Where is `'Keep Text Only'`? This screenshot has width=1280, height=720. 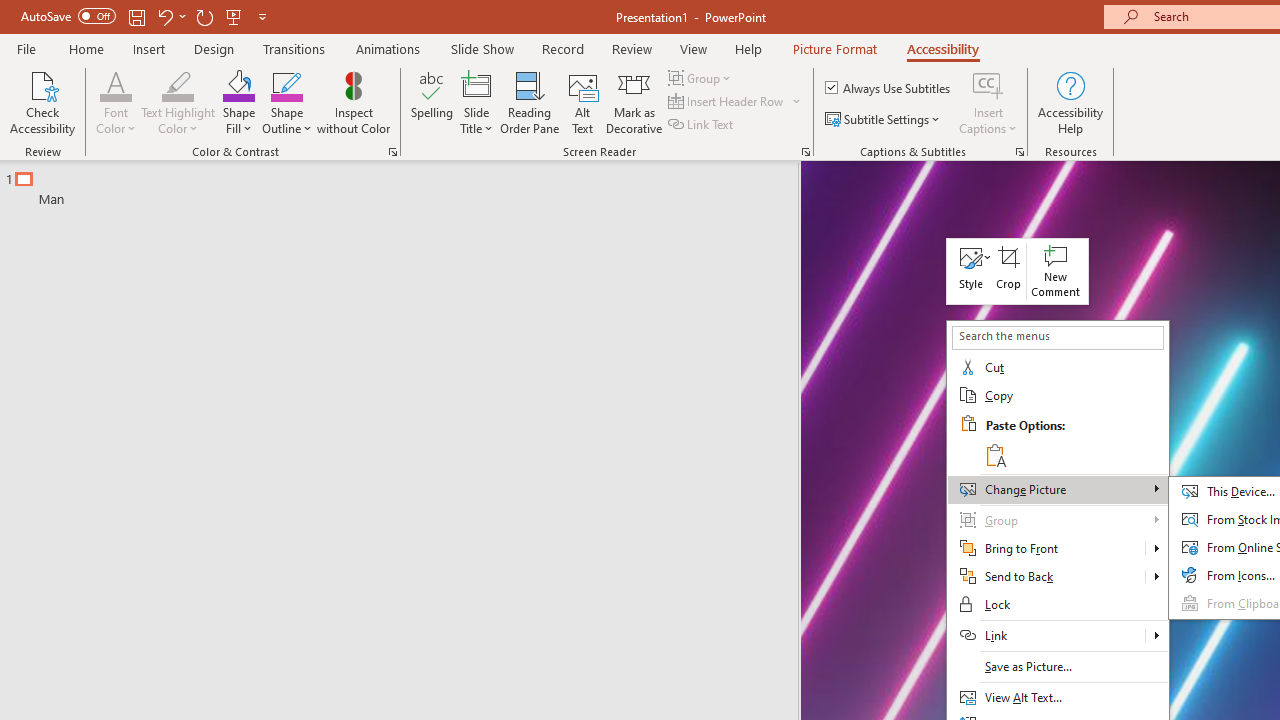 'Keep Text Only' is located at coordinates (995, 455).